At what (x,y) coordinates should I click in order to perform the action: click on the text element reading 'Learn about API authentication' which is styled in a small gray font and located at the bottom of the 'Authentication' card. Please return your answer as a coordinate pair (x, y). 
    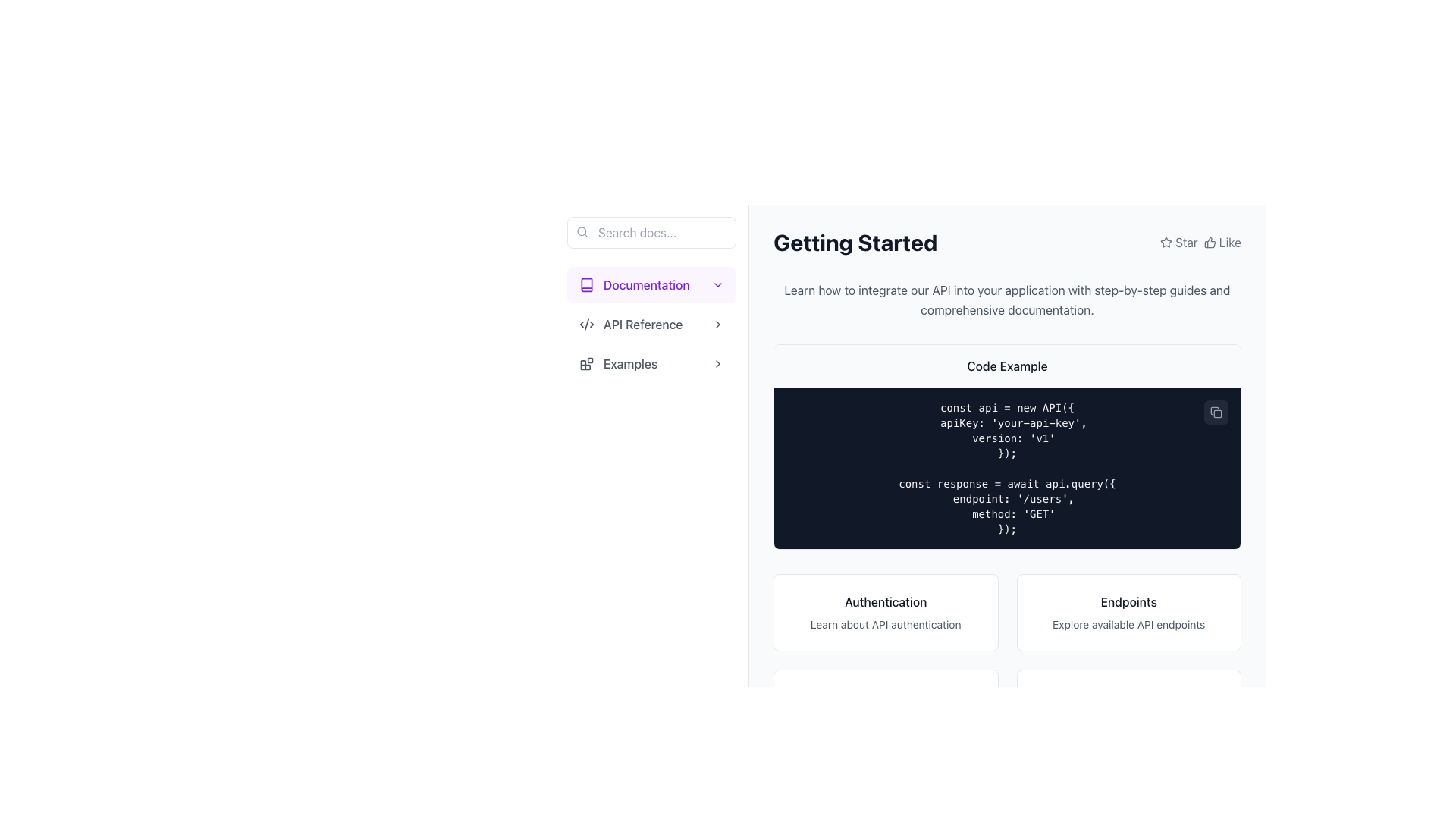
    Looking at the image, I should click on (886, 625).